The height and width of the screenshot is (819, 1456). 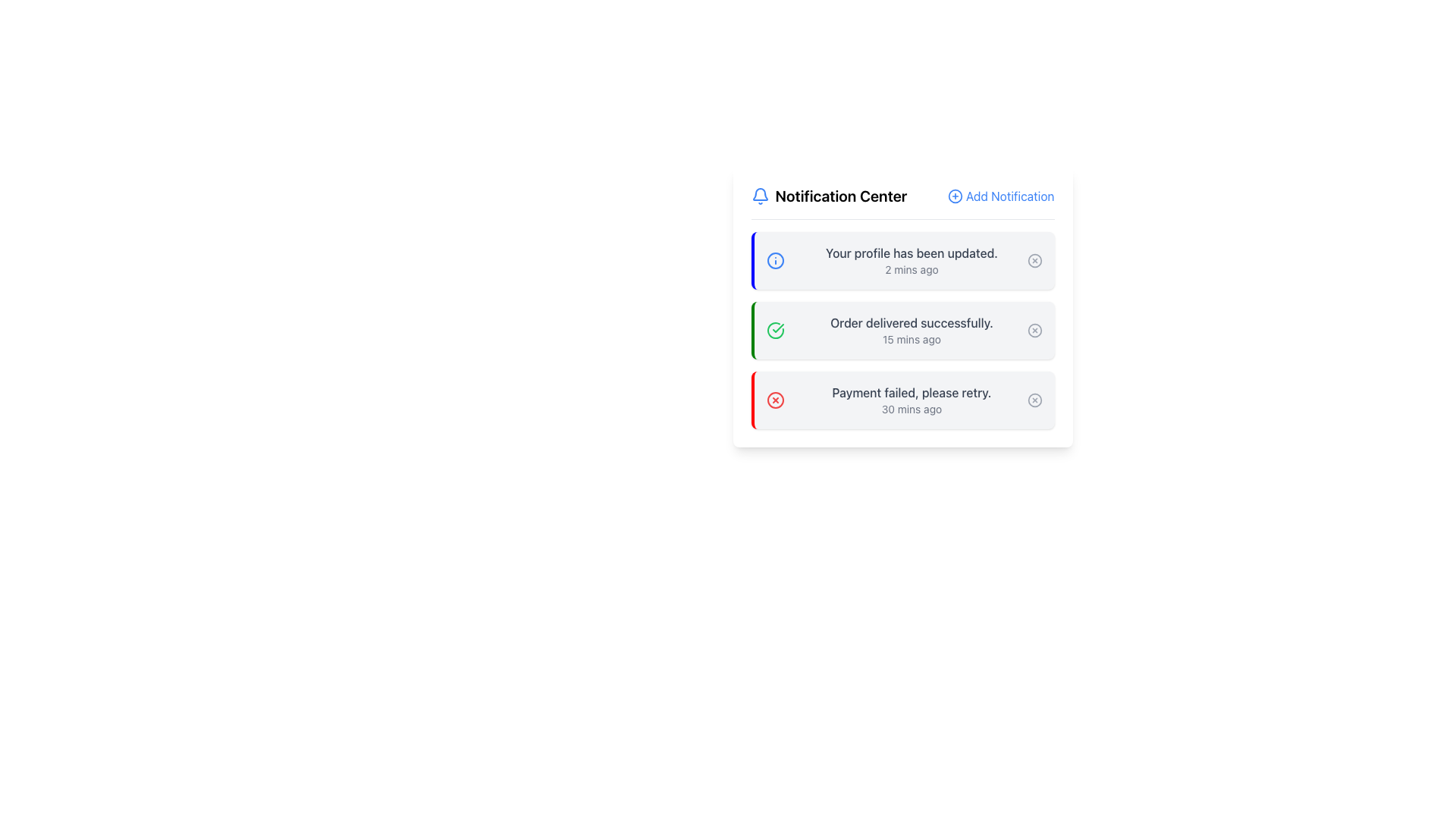 I want to click on timestamp displayed as '30 mins ago' in the notification block to understand the recency of the notification, so click(x=911, y=409).